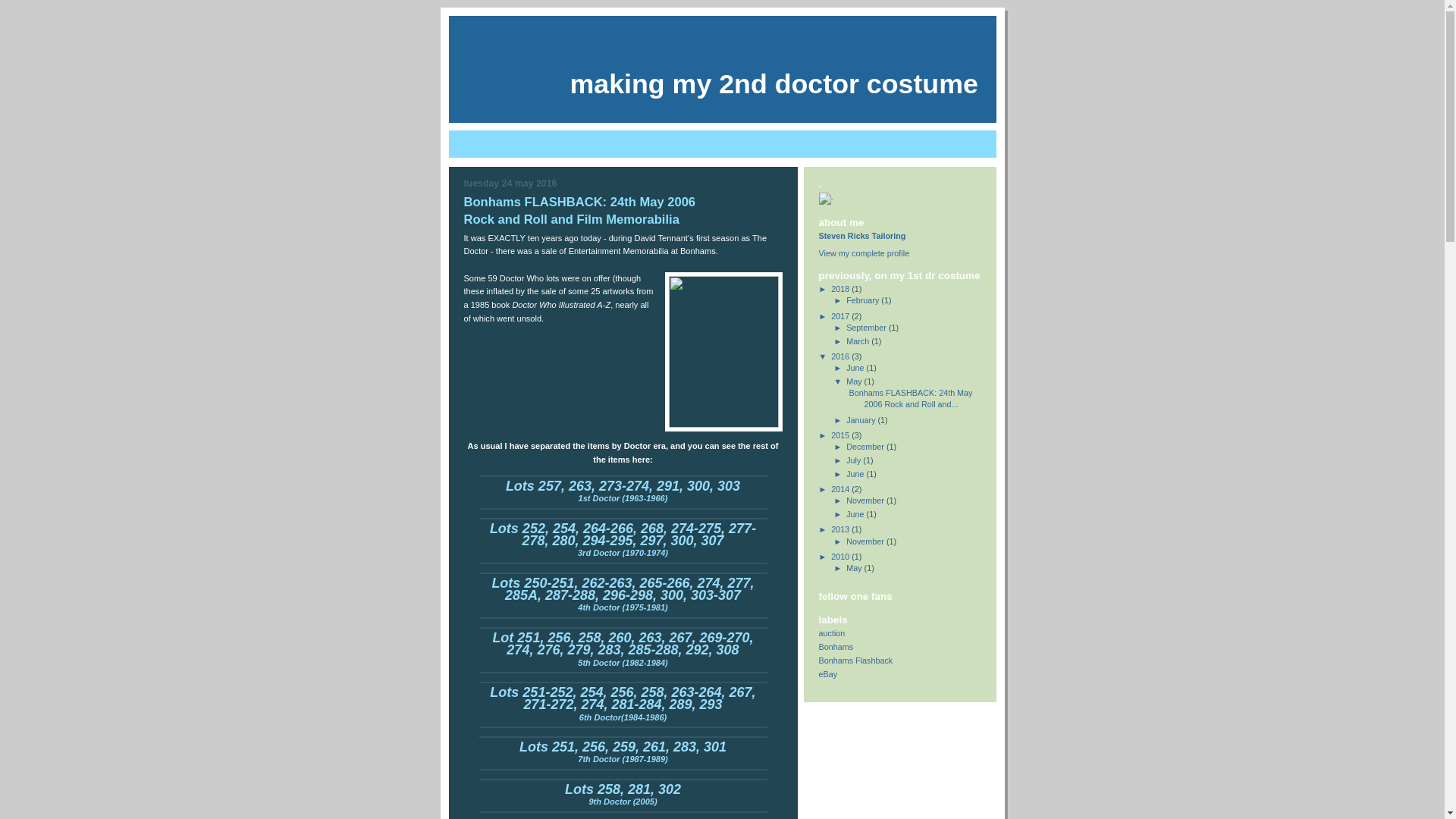 The width and height of the screenshot is (1456, 819). What do you see at coordinates (623, 795) in the screenshot?
I see `'Lots 258, 281, 302` at bounding box center [623, 795].